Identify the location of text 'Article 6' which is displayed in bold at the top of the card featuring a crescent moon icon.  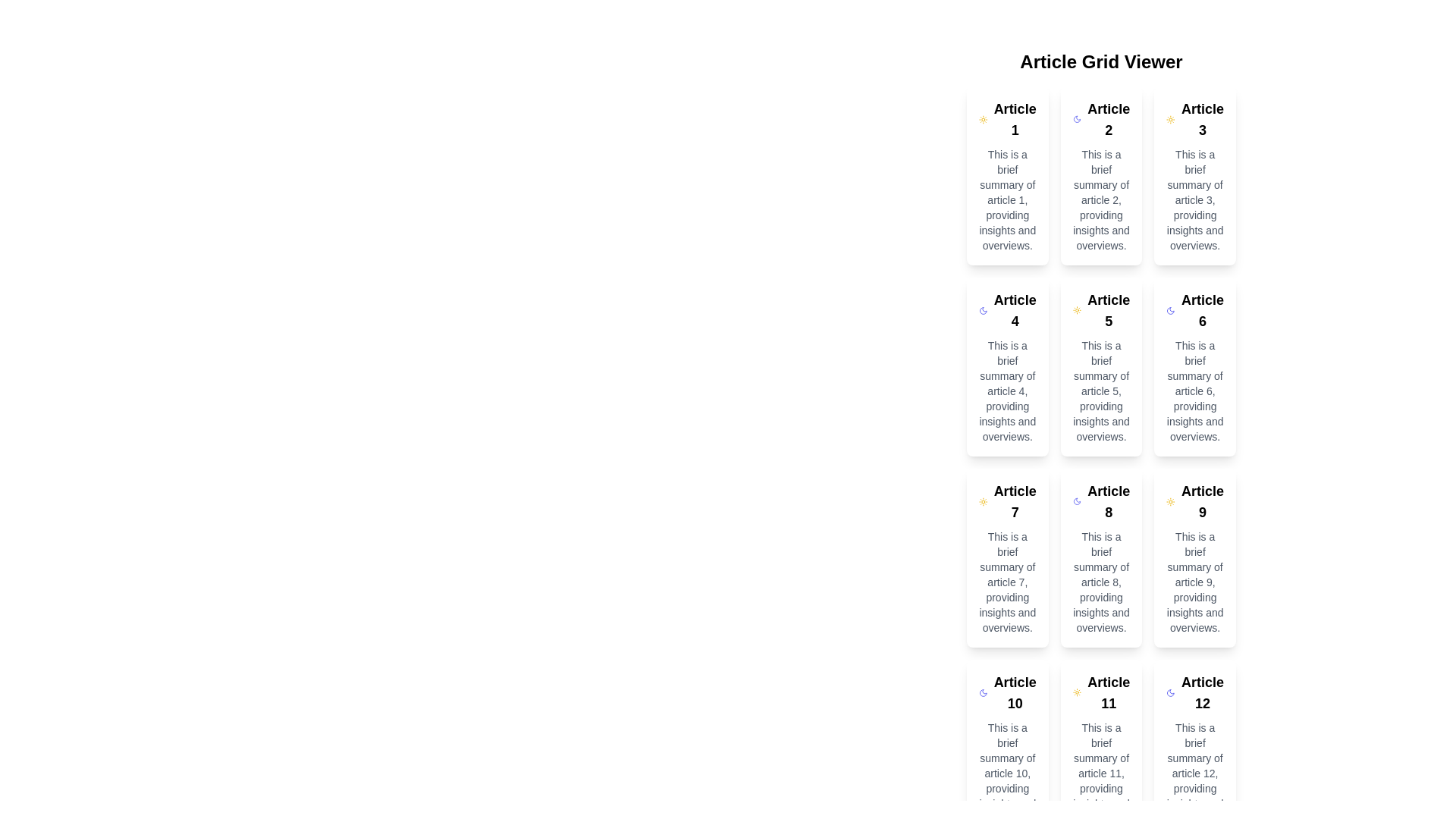
(1194, 309).